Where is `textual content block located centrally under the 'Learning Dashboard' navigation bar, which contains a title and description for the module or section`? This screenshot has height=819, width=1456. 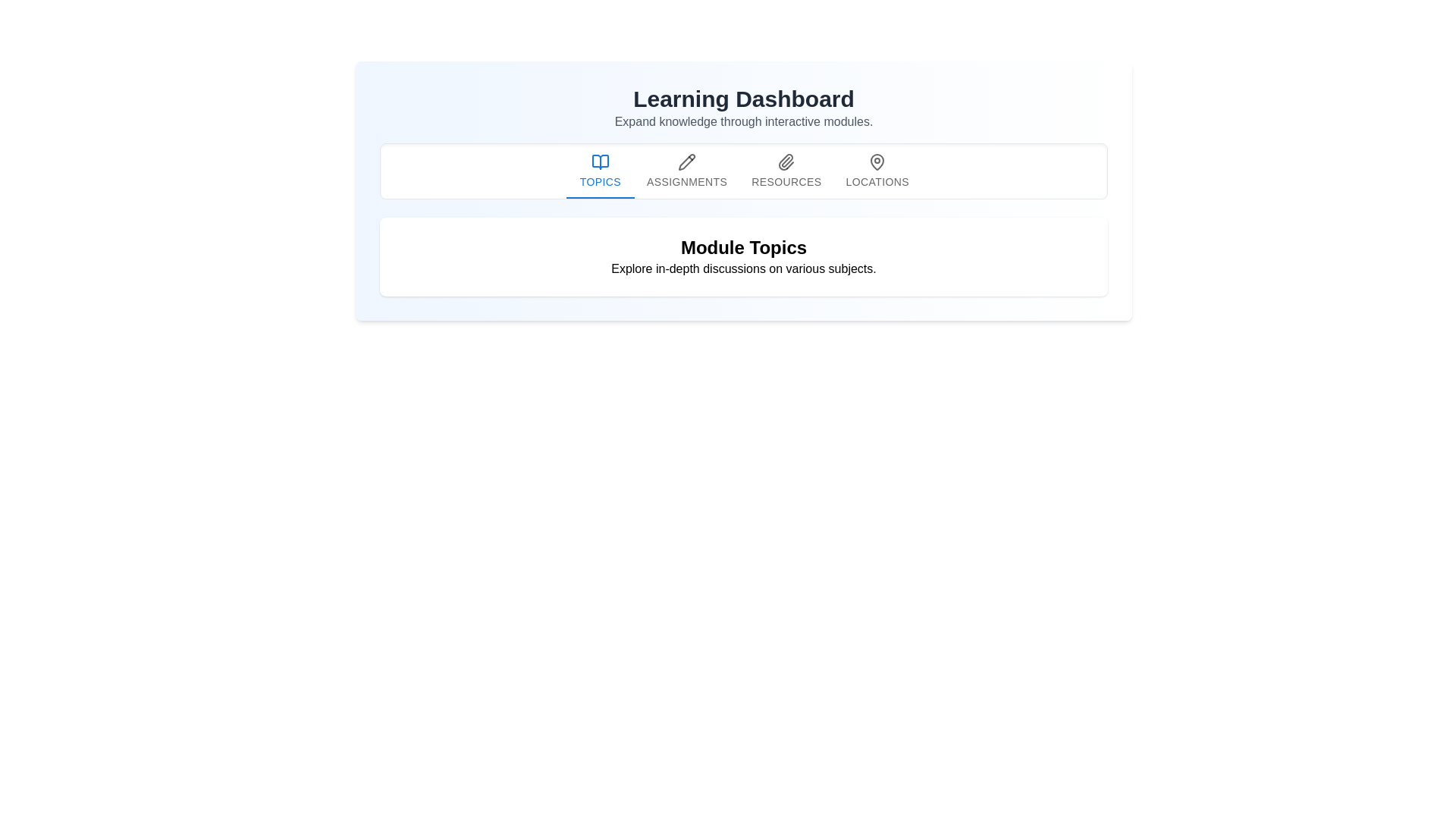
textual content block located centrally under the 'Learning Dashboard' navigation bar, which contains a title and description for the module or section is located at coordinates (743, 256).